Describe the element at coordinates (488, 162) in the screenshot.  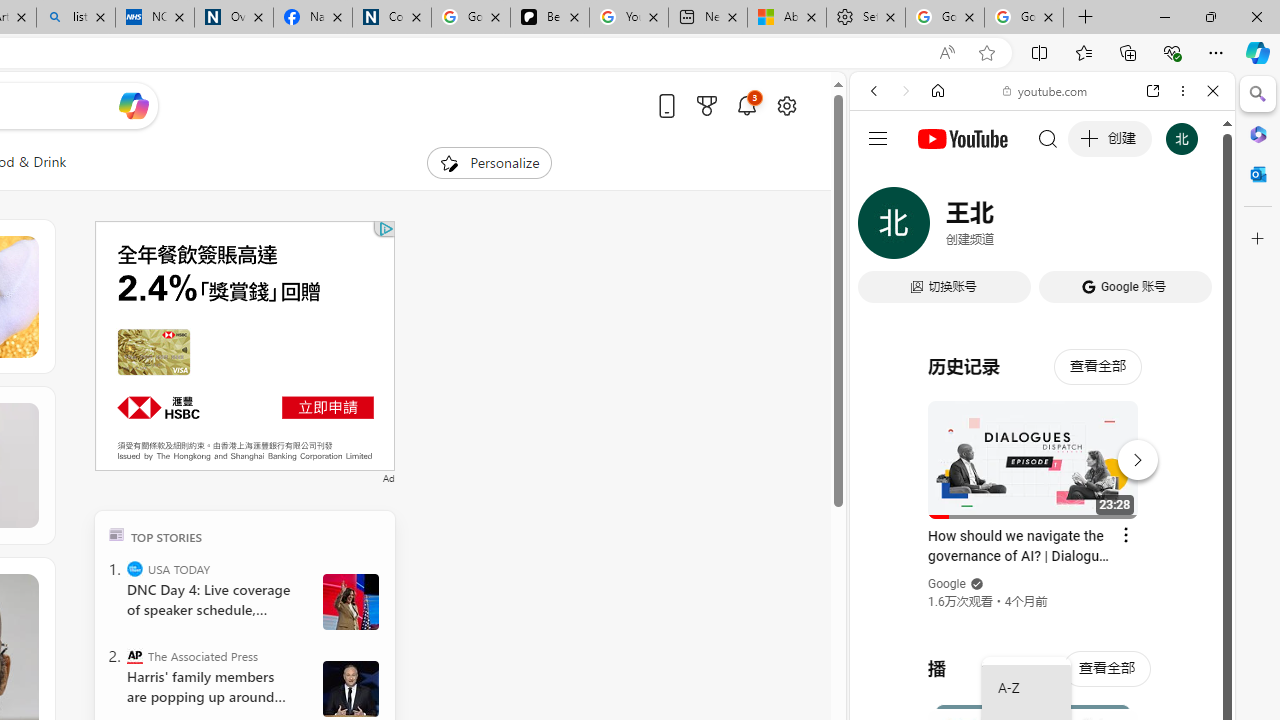
I see `'Personalize'` at that location.